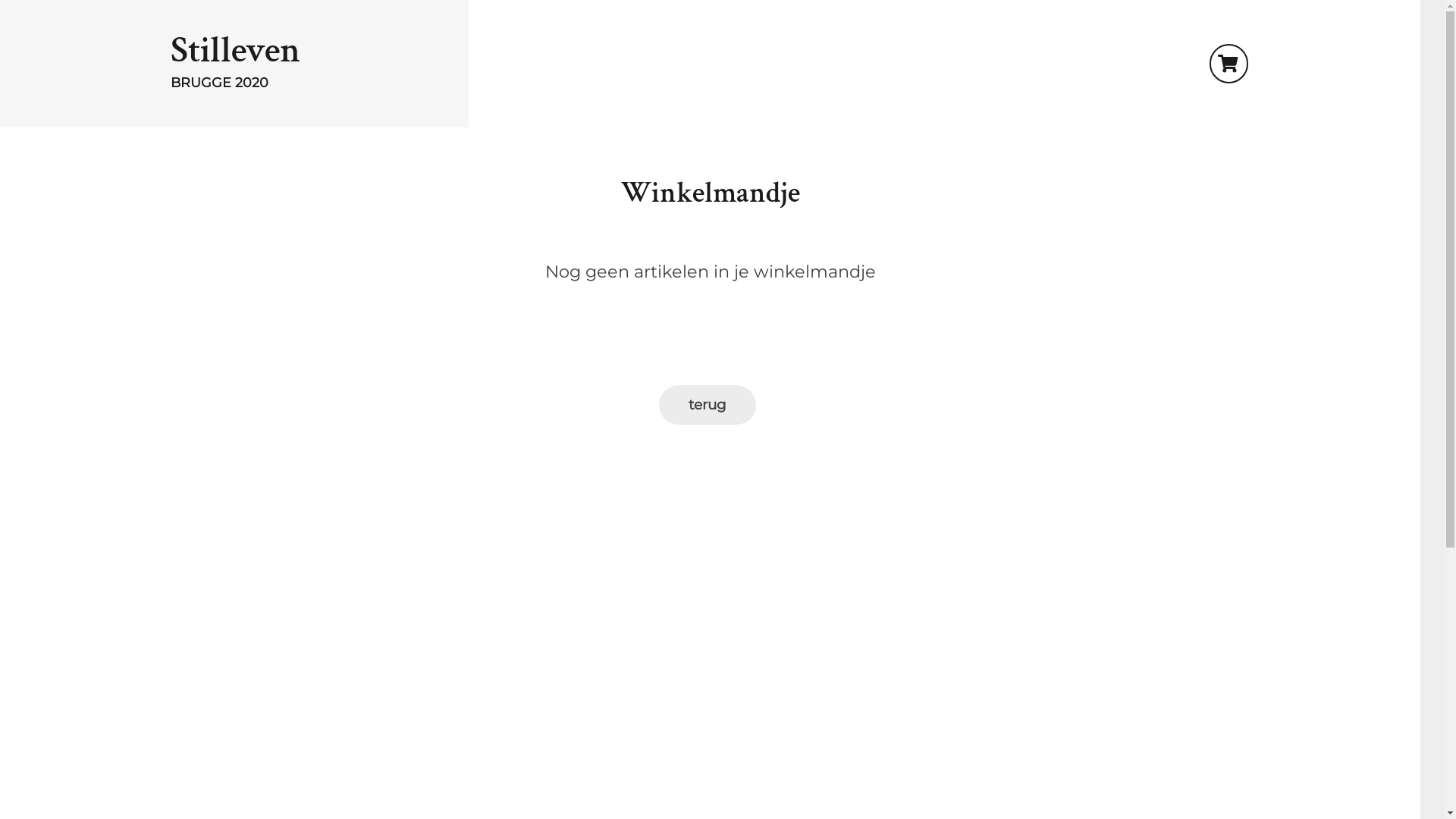  Describe the element at coordinates (705, 403) in the screenshot. I see `'terug'` at that location.